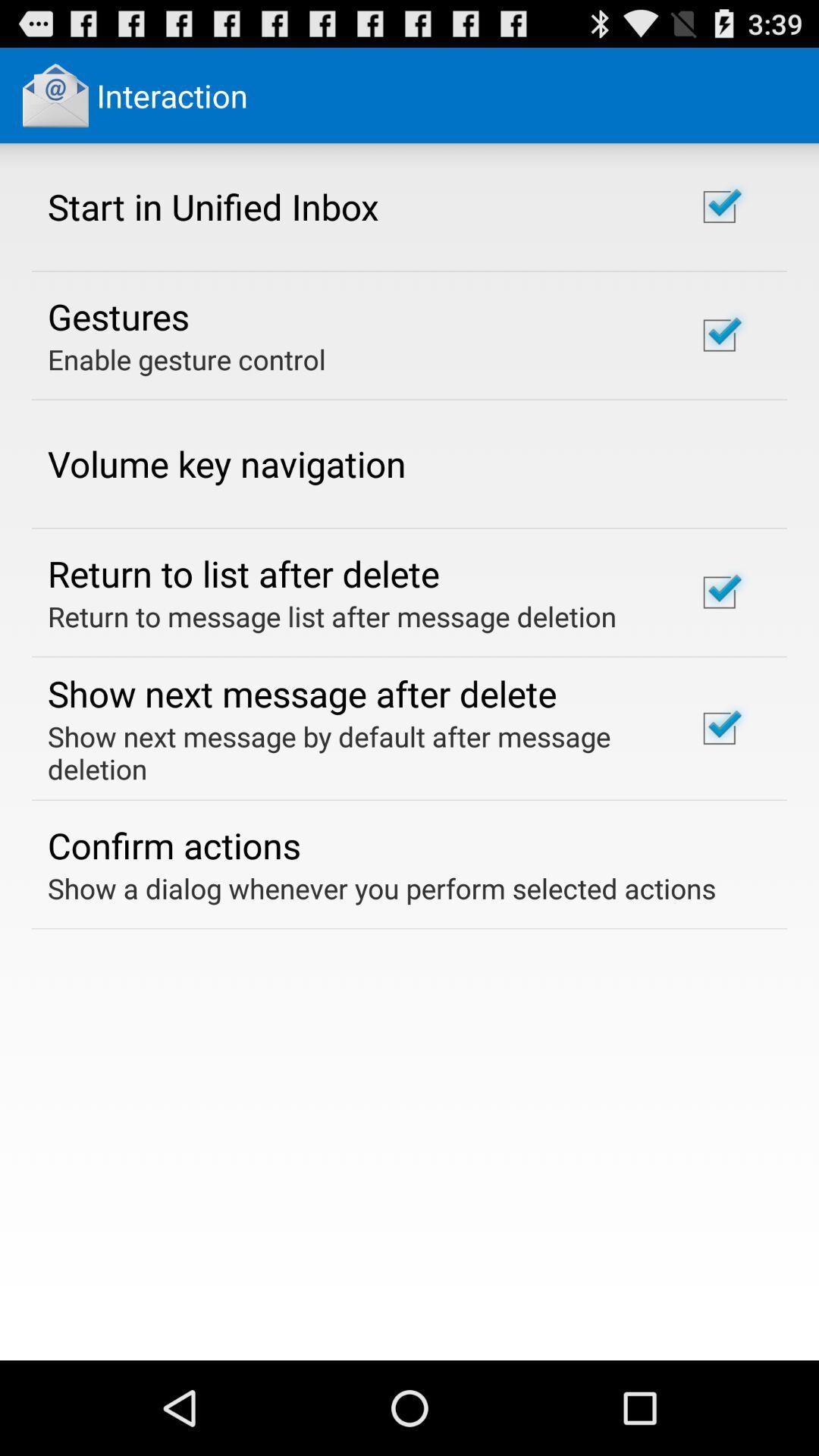  I want to click on start in unified, so click(213, 206).